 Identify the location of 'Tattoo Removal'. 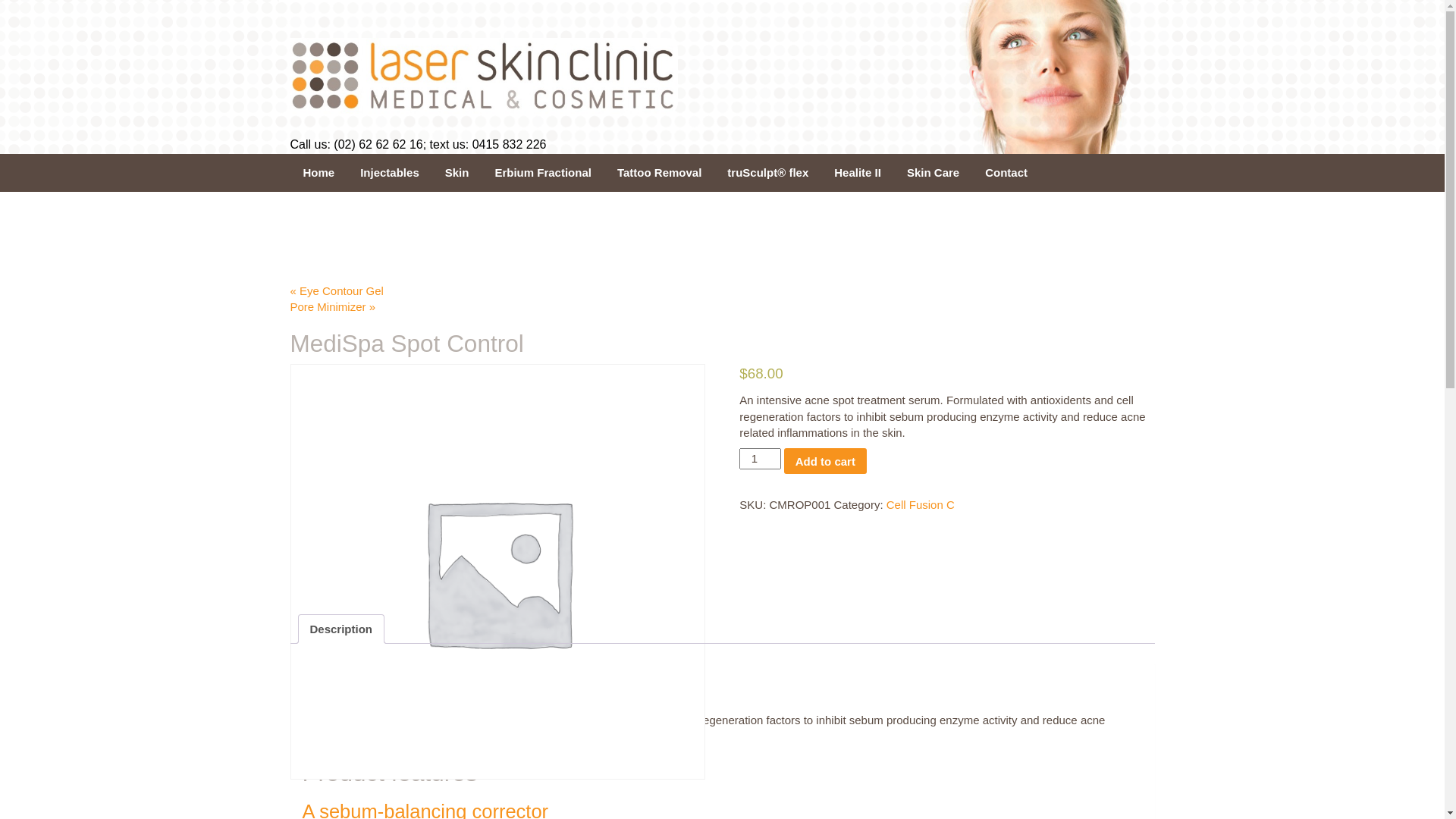
(659, 171).